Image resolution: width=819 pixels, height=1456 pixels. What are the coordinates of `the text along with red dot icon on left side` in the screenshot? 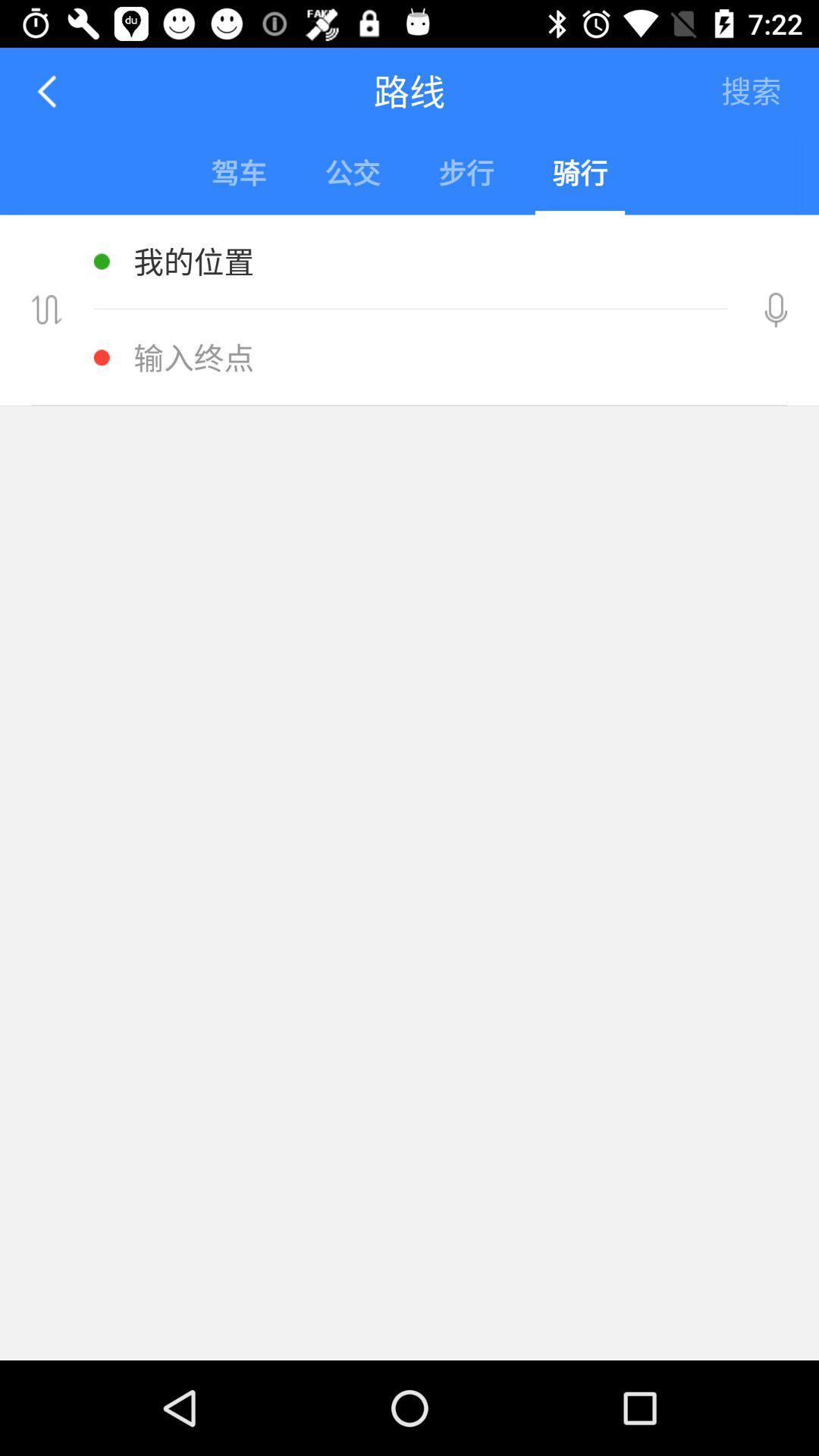 It's located at (413, 356).